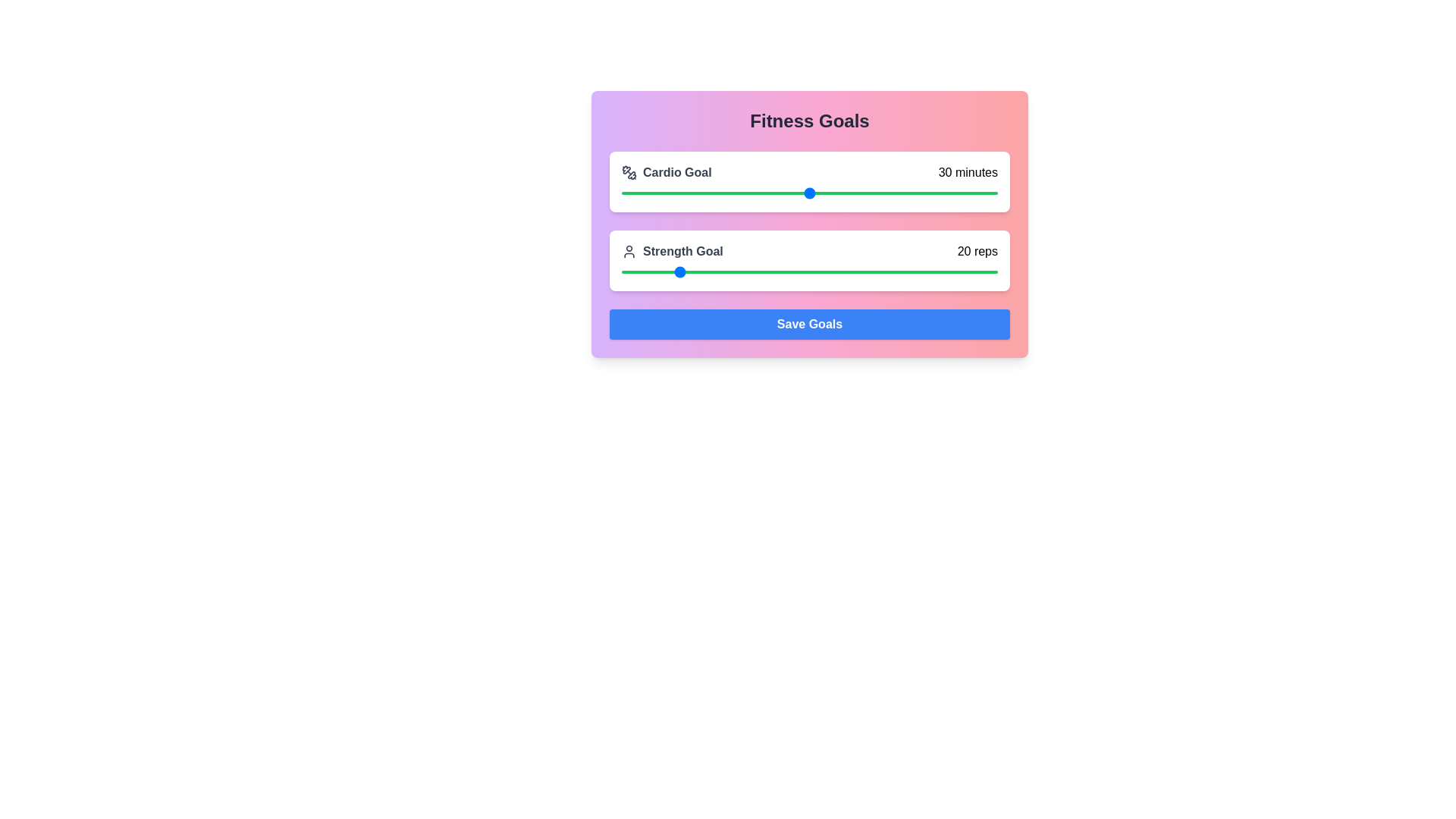 This screenshot has width=1456, height=819. I want to click on the cardio goal, so click(708, 192).